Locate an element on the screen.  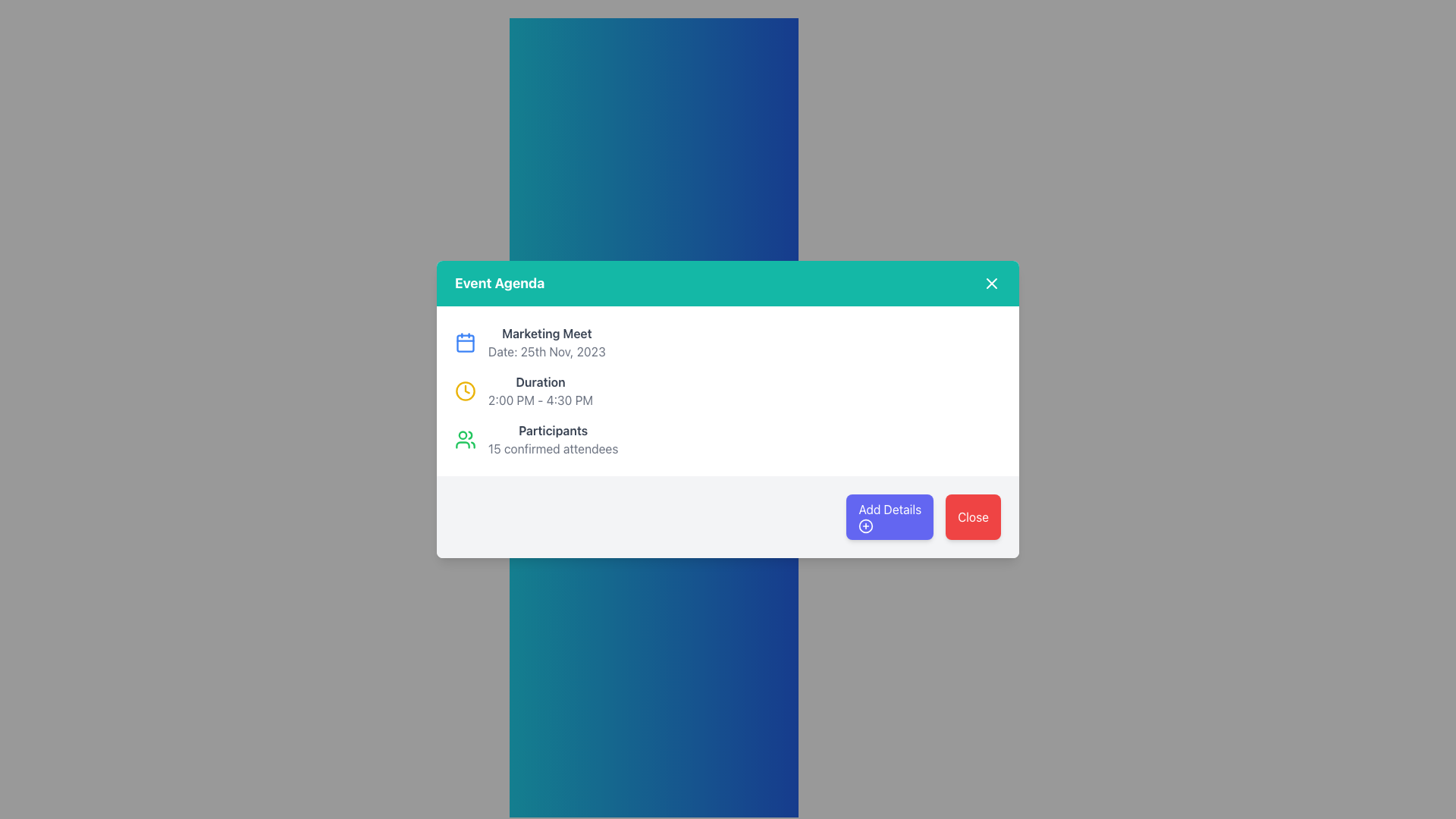
the text label displaying the time range '2:00 PM - 4:30 PM' which is styled in gray and located just below the bolded label 'Duration' in the 'Event Agenda' dialog panel is located at coordinates (541, 400).